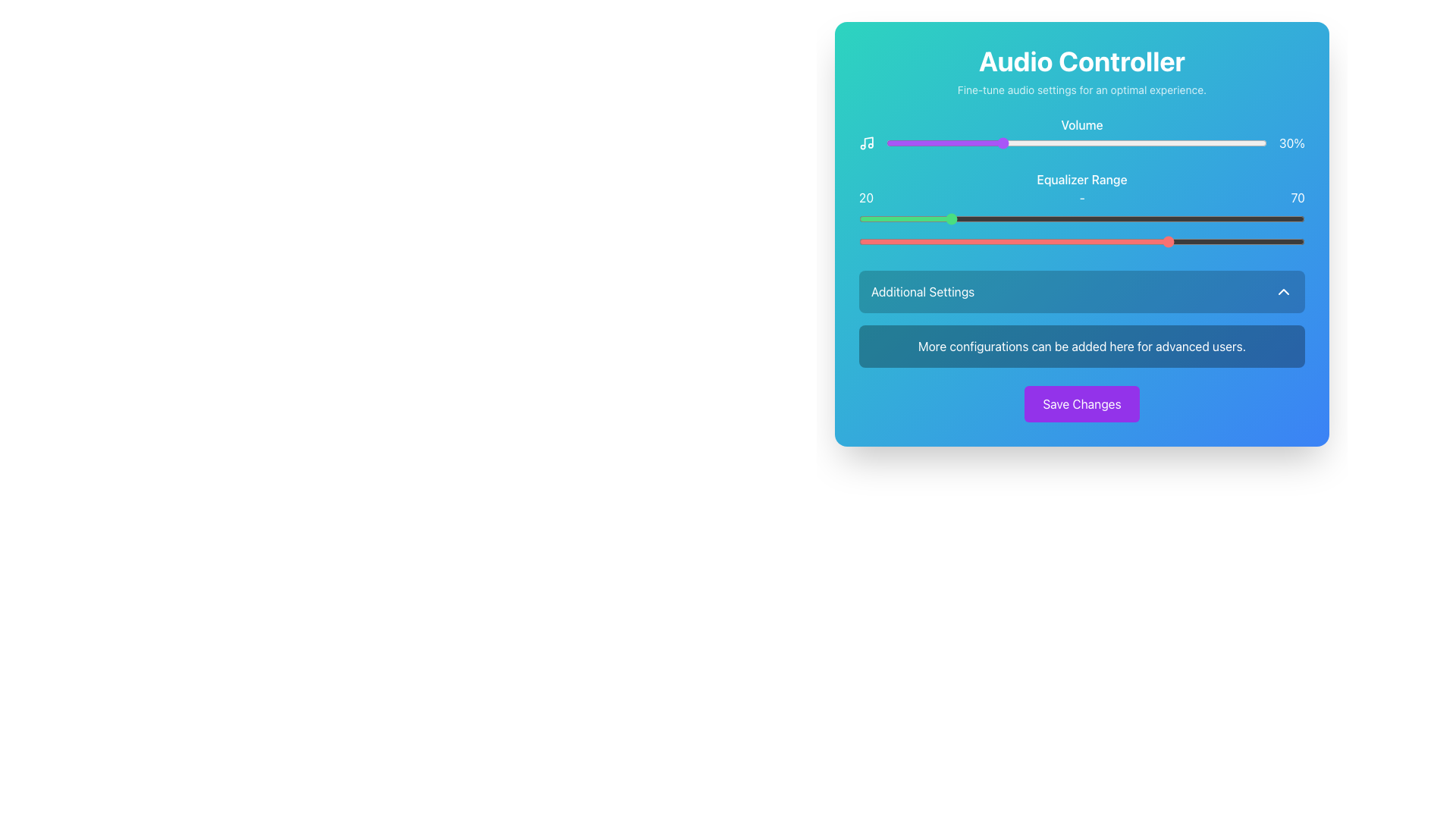 Image resolution: width=1456 pixels, height=819 pixels. I want to click on the volume slider, so click(1027, 143).